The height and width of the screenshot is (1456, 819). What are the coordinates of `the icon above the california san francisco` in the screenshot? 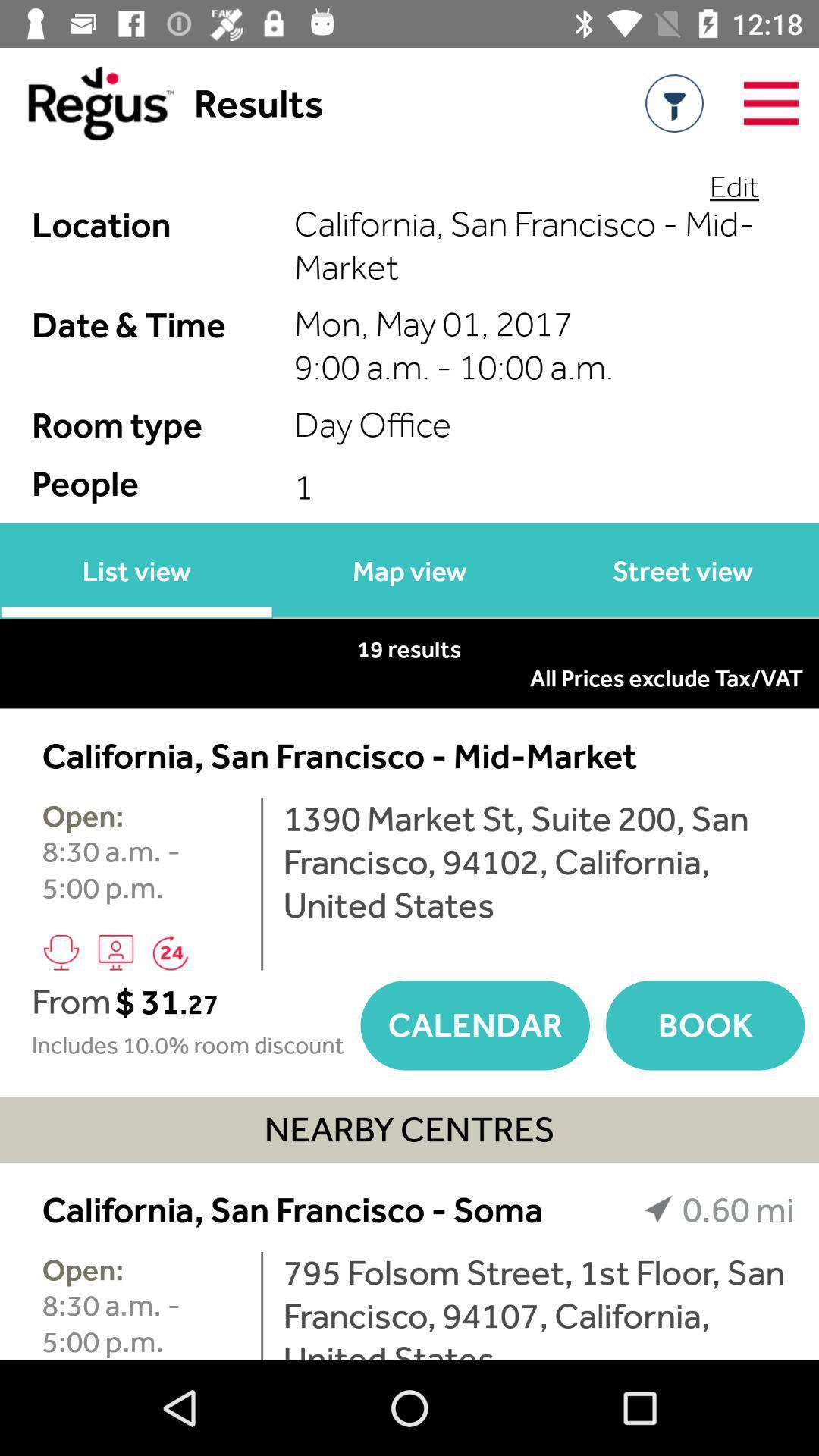 It's located at (733, 185).